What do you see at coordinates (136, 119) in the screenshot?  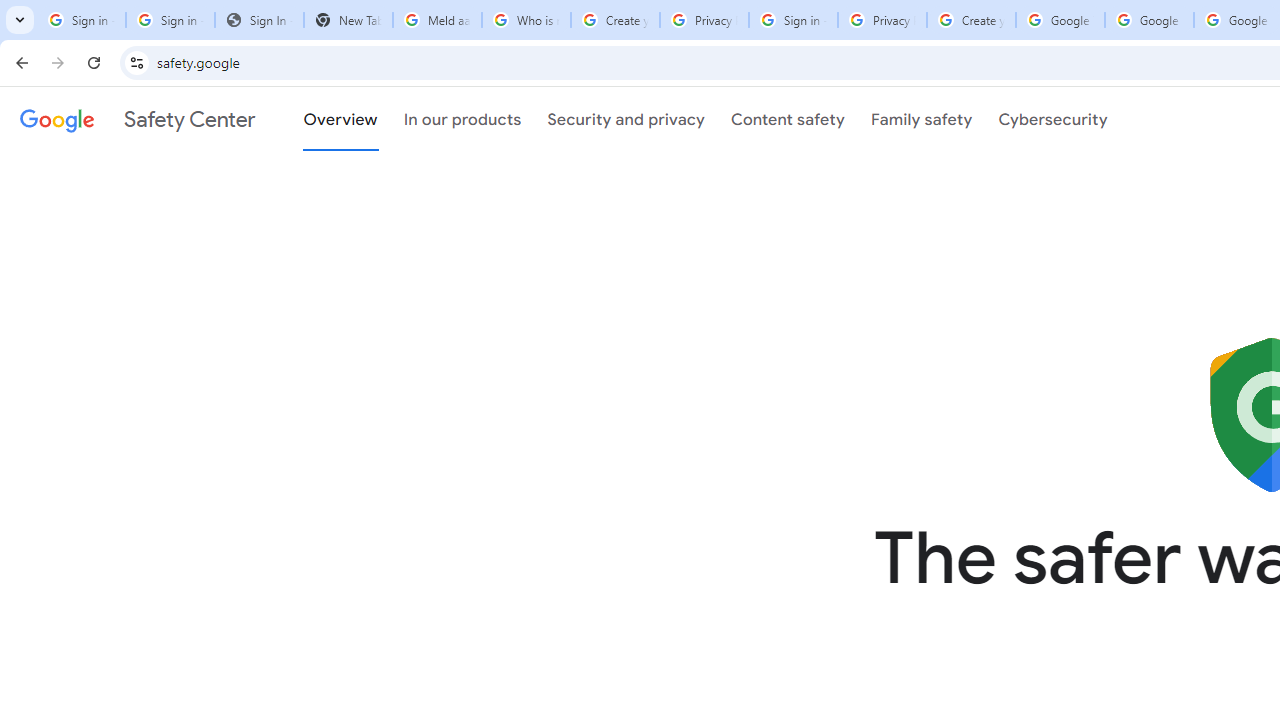 I see `'Safety Center'` at bounding box center [136, 119].